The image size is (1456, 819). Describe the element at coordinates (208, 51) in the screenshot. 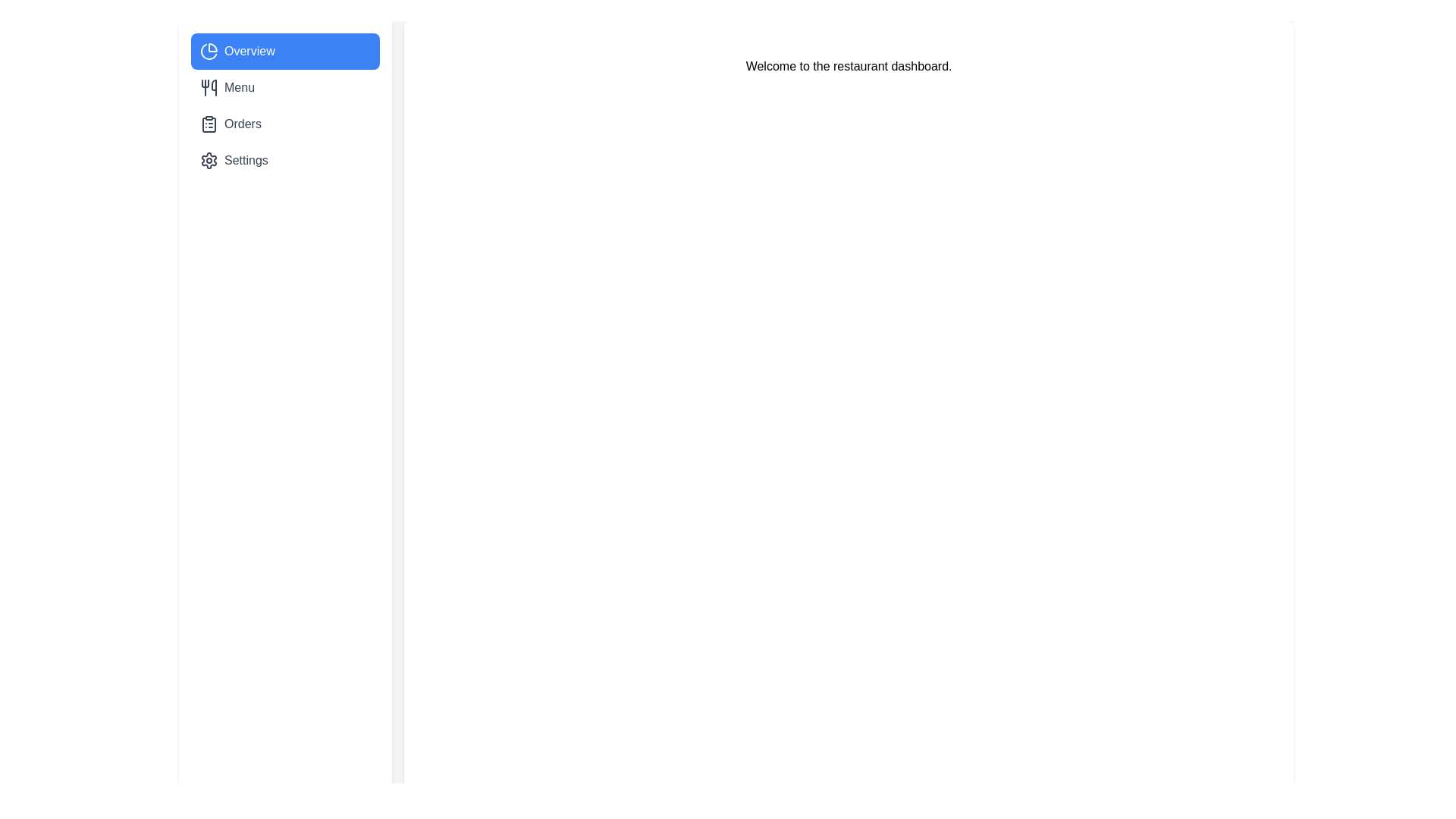

I see `the second segment of the pie chart-like icon located in the sidebar menu next to the 'Overview' label, which is styled in black on a white background` at that location.